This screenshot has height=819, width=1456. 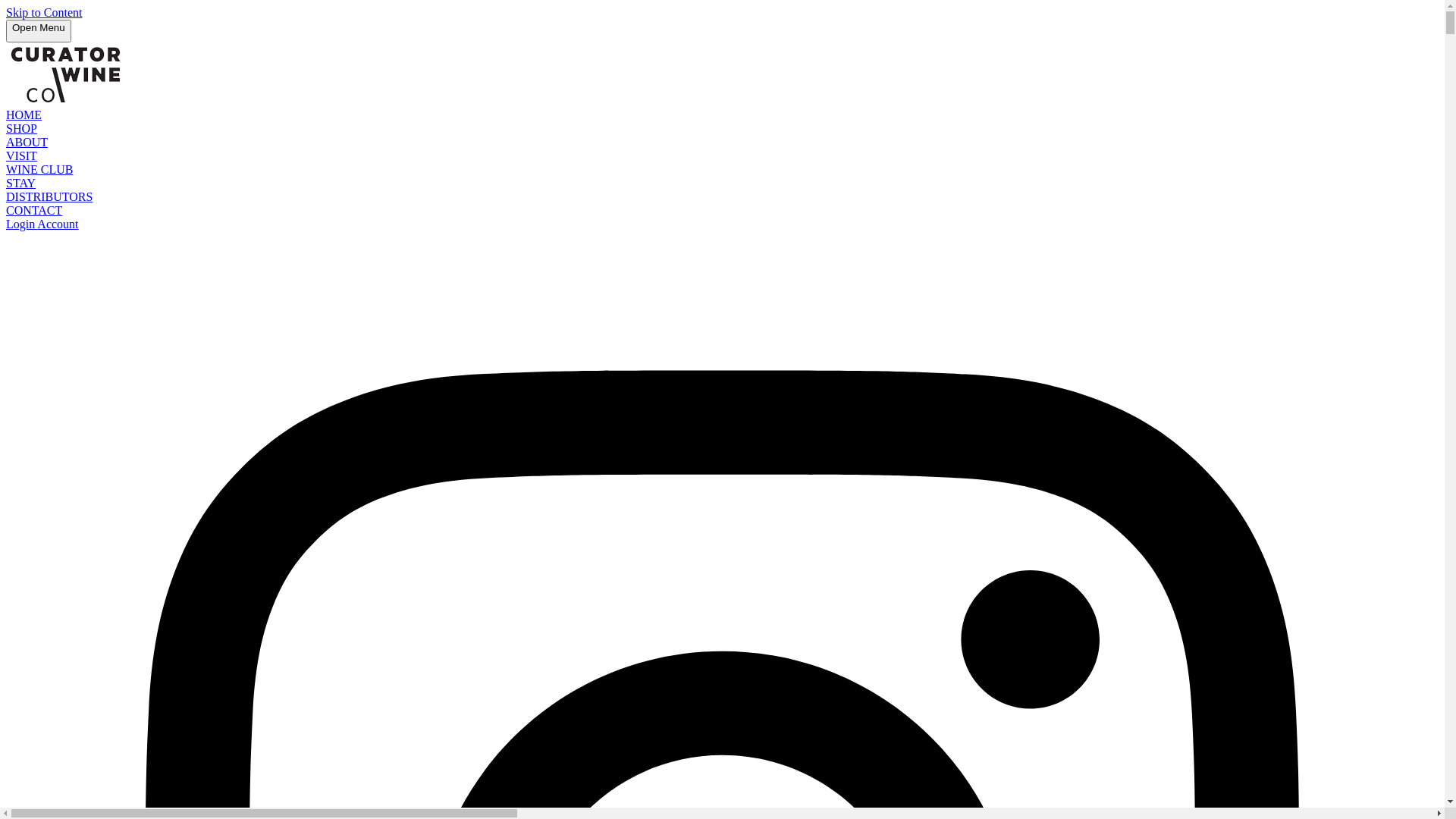 What do you see at coordinates (6, 31) in the screenshot?
I see `'Open Menu'` at bounding box center [6, 31].